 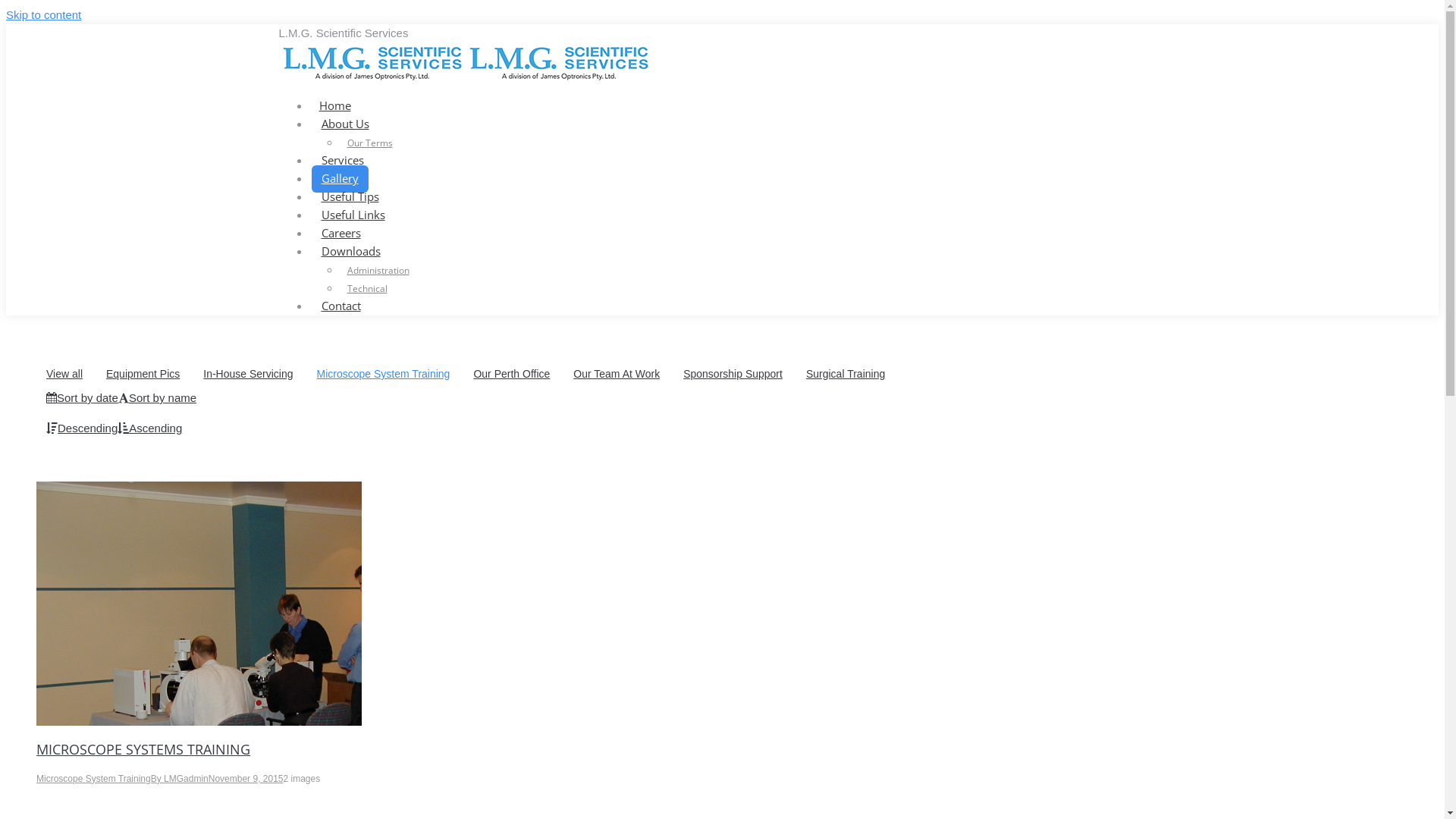 I want to click on 'Gallery', so click(x=309, y=177).